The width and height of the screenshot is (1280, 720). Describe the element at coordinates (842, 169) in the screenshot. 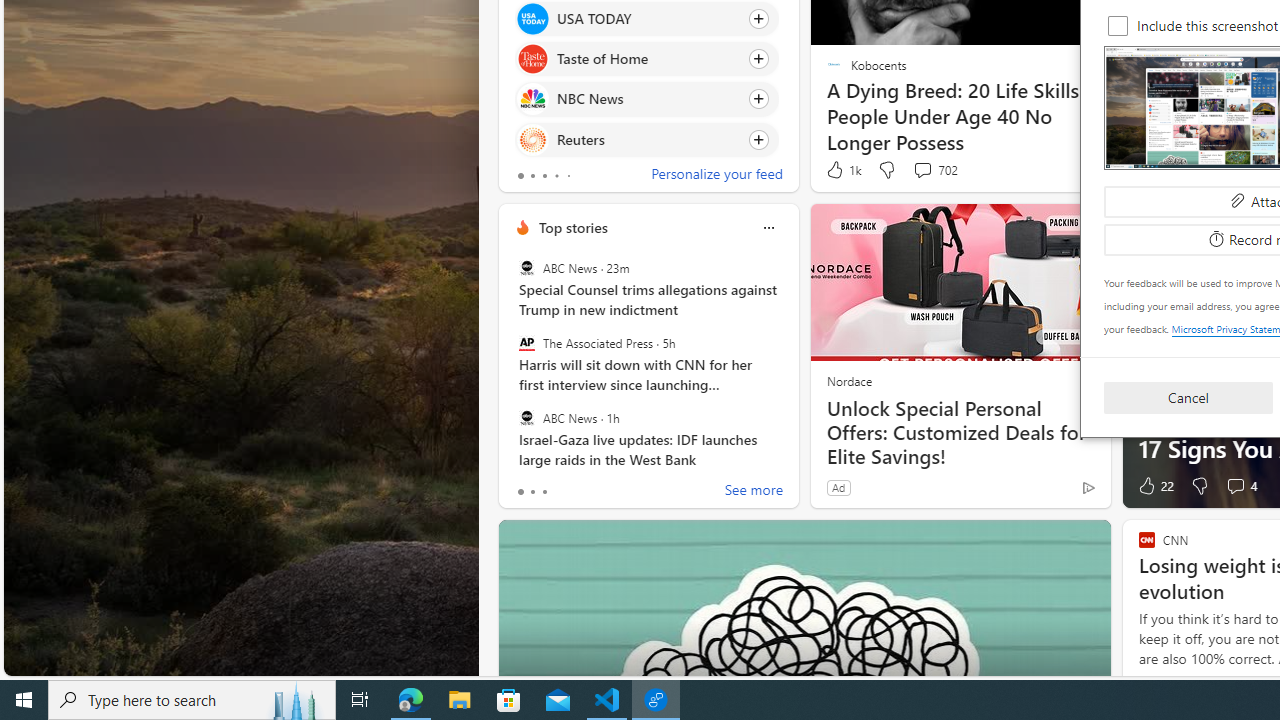

I see `'1k Like'` at that location.